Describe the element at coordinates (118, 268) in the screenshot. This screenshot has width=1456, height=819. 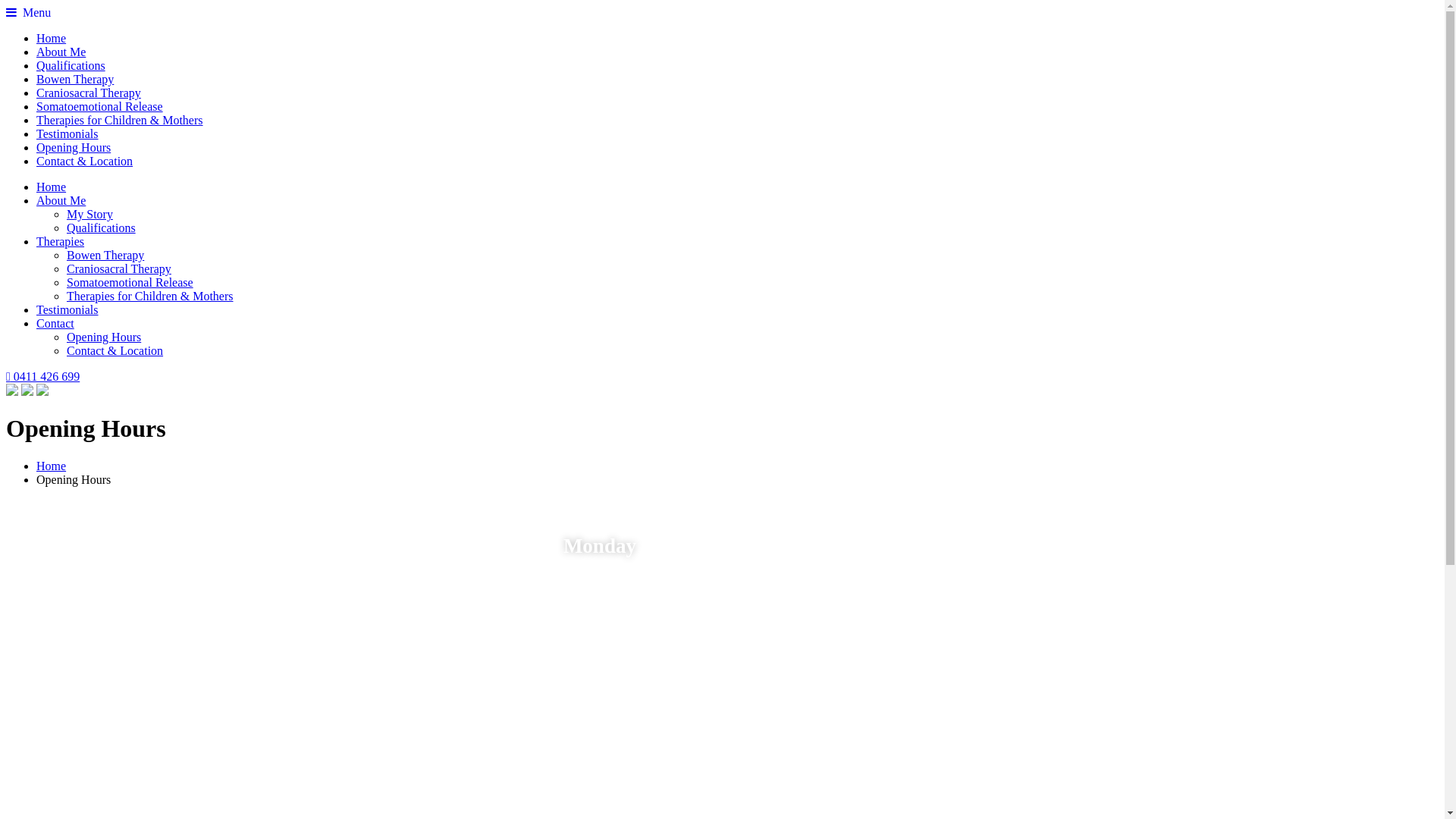
I see `'Craniosacral Therapy'` at that location.